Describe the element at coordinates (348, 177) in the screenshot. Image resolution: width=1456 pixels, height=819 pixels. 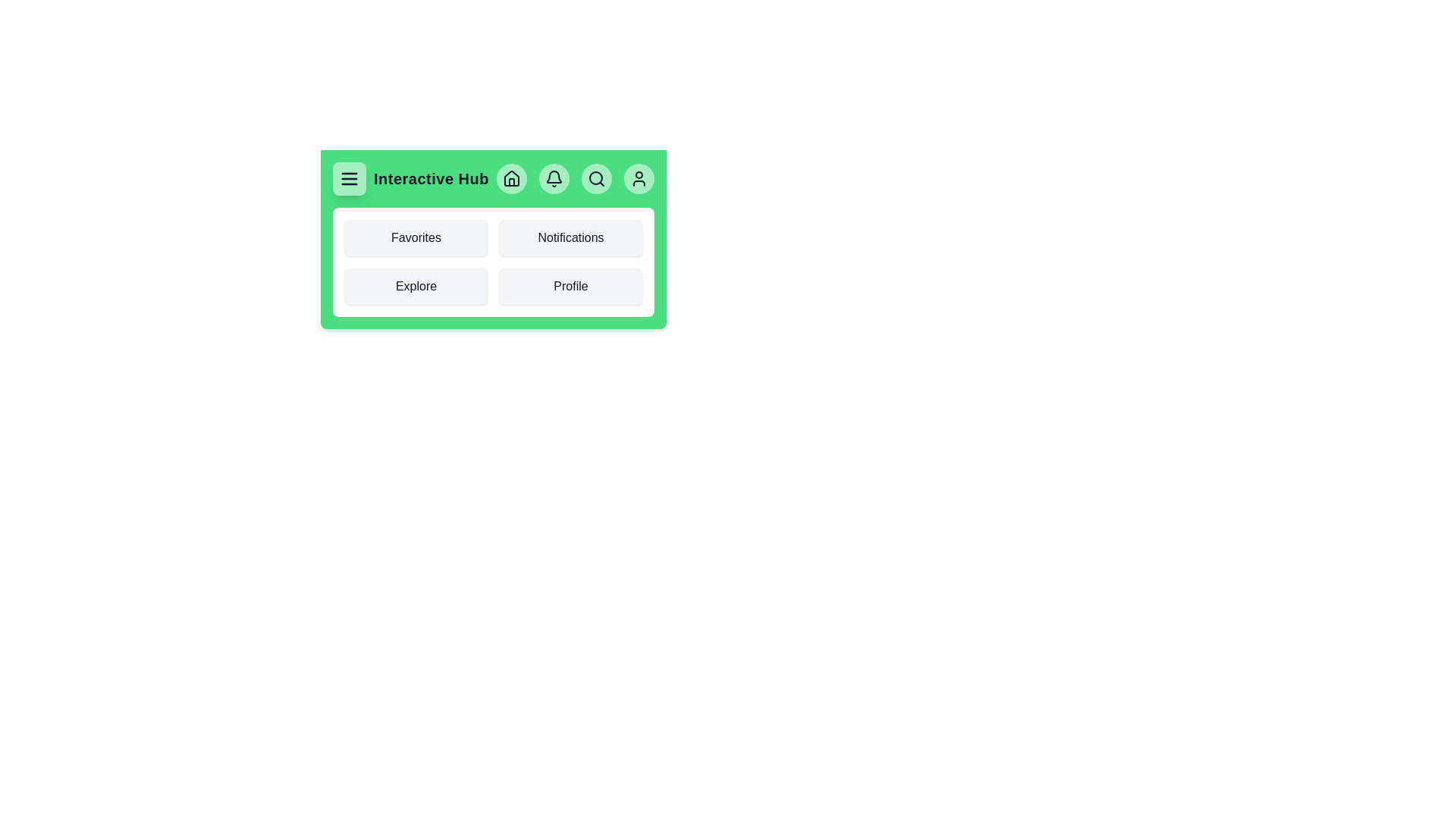
I see `the interactive element Menu Button` at that location.